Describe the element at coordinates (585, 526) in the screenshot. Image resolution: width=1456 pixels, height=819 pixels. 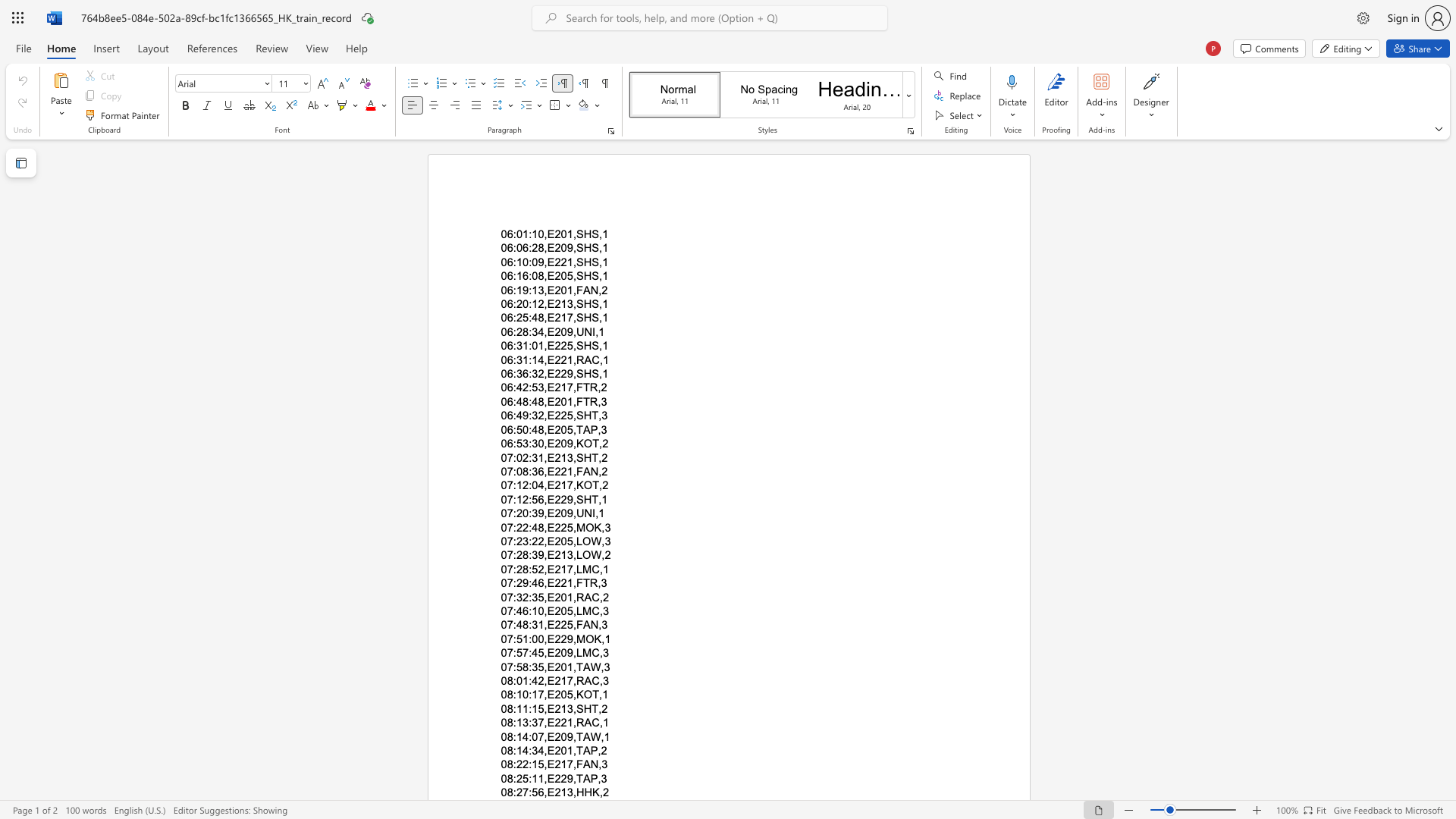
I see `the subset text "OK,3" within the text "07:22:48,E225,MOK,3"` at that location.